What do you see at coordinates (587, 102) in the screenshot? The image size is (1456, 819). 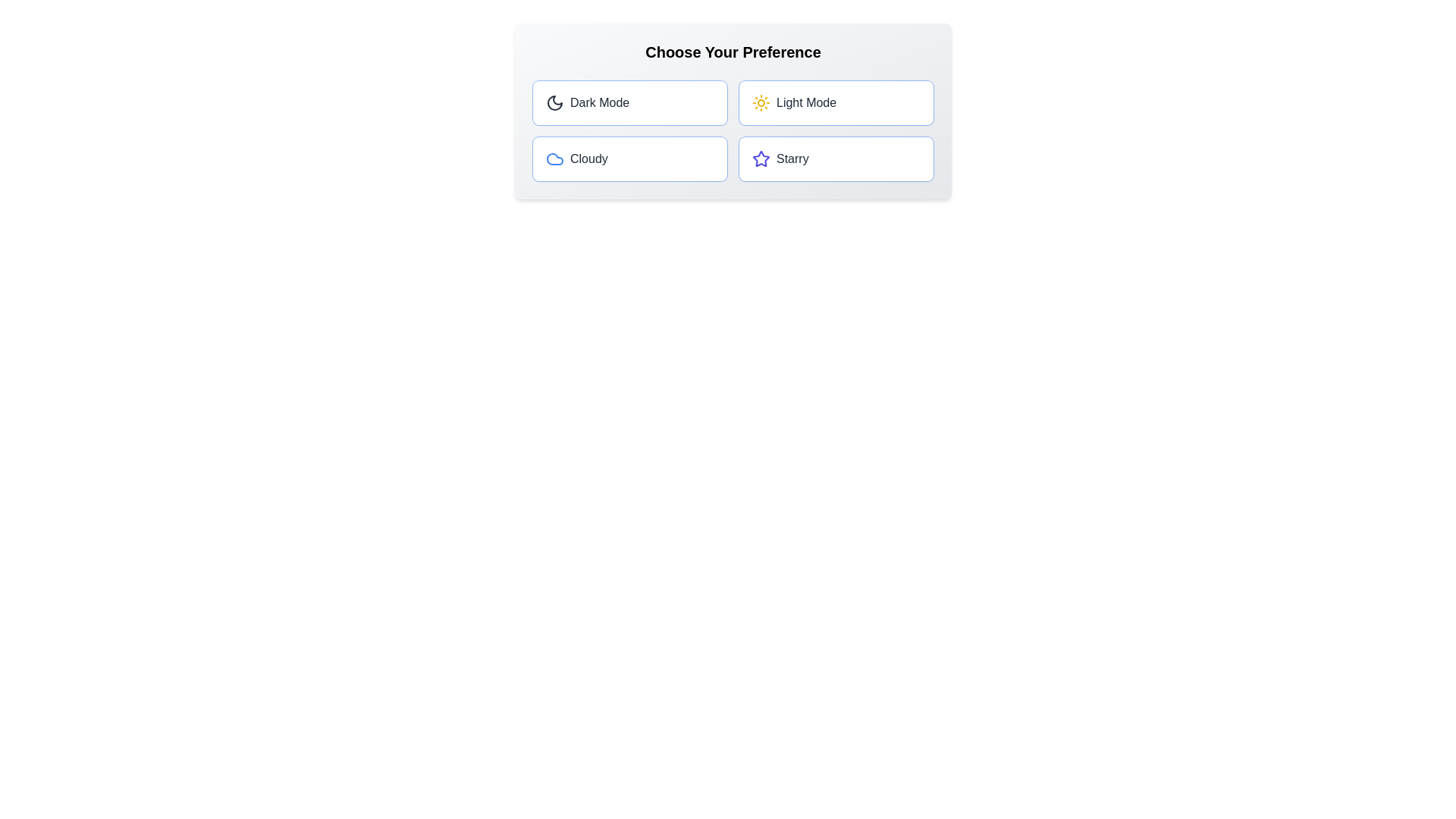 I see `the 'Dark Mode' button located in the top-left selection option of the grid menu under the 'Choose Your Preference' heading` at bounding box center [587, 102].